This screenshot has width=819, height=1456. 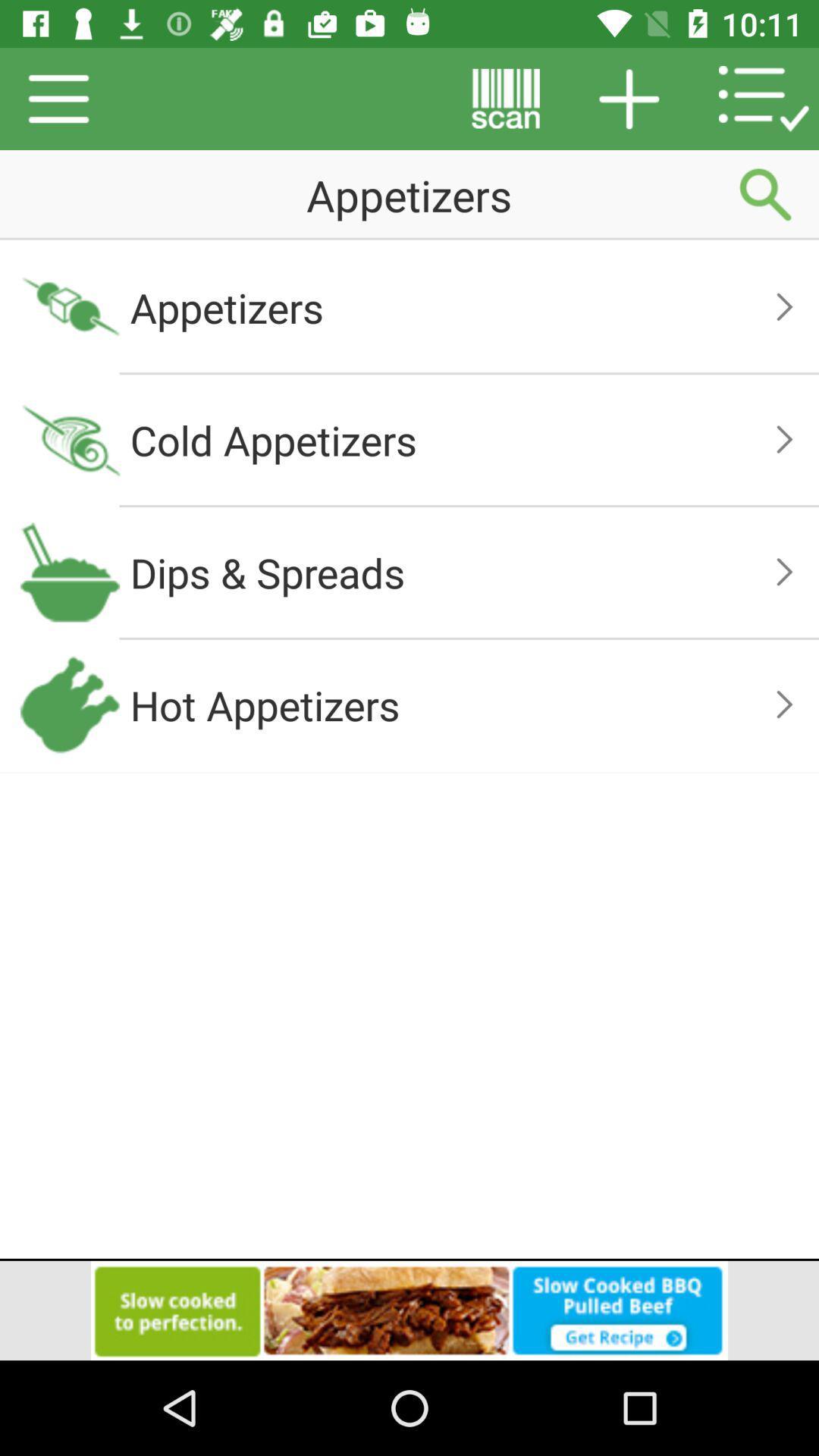 What do you see at coordinates (58, 98) in the screenshot?
I see `the menu icon` at bounding box center [58, 98].